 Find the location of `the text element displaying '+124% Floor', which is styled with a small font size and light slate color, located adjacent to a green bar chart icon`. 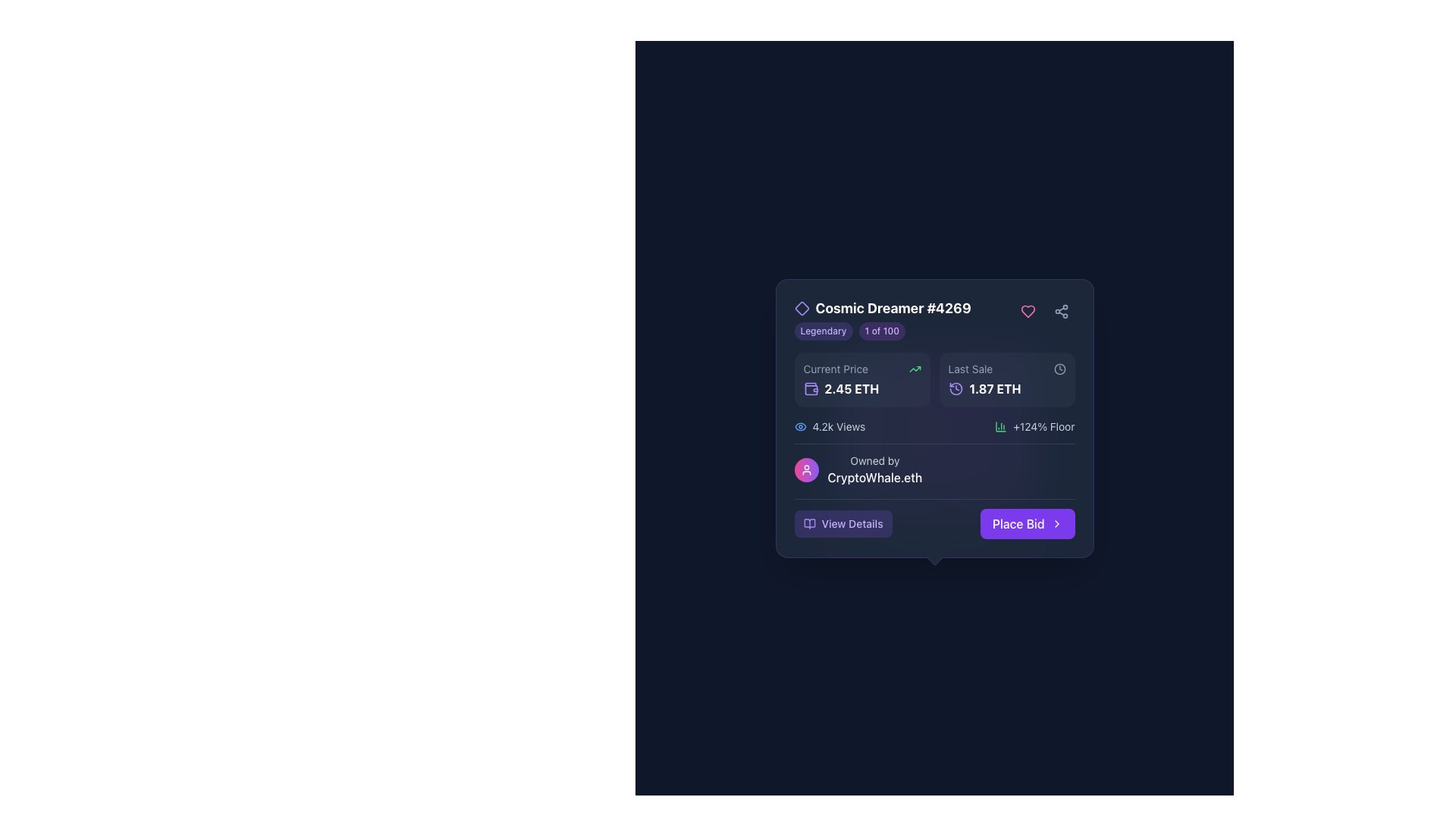

the text element displaying '+124% Floor', which is styled with a small font size and light slate color, located adjacent to a green bar chart icon is located at coordinates (1043, 427).